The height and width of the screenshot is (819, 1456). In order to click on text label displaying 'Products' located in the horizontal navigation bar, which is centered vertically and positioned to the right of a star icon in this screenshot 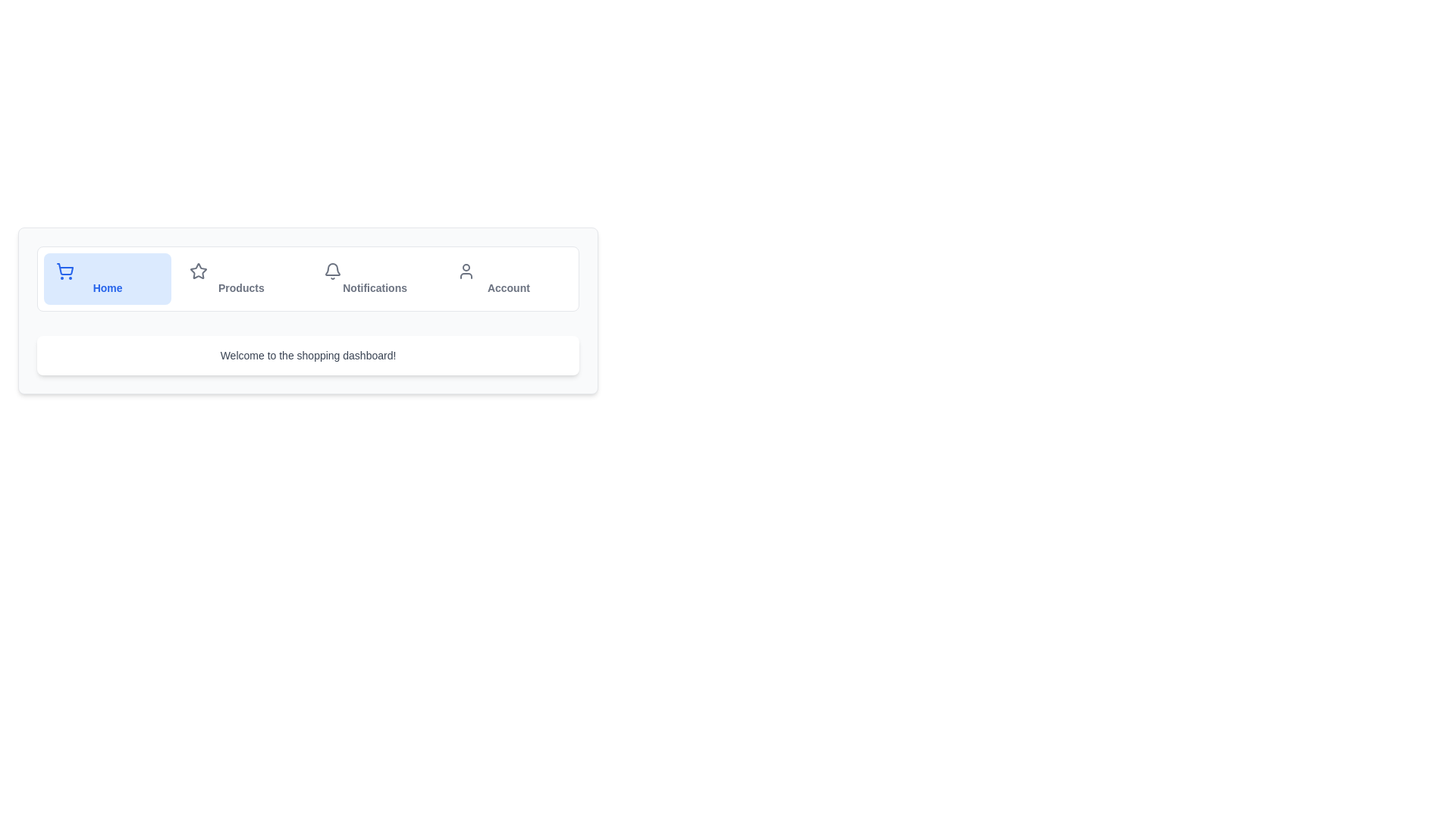, I will do `click(240, 288)`.